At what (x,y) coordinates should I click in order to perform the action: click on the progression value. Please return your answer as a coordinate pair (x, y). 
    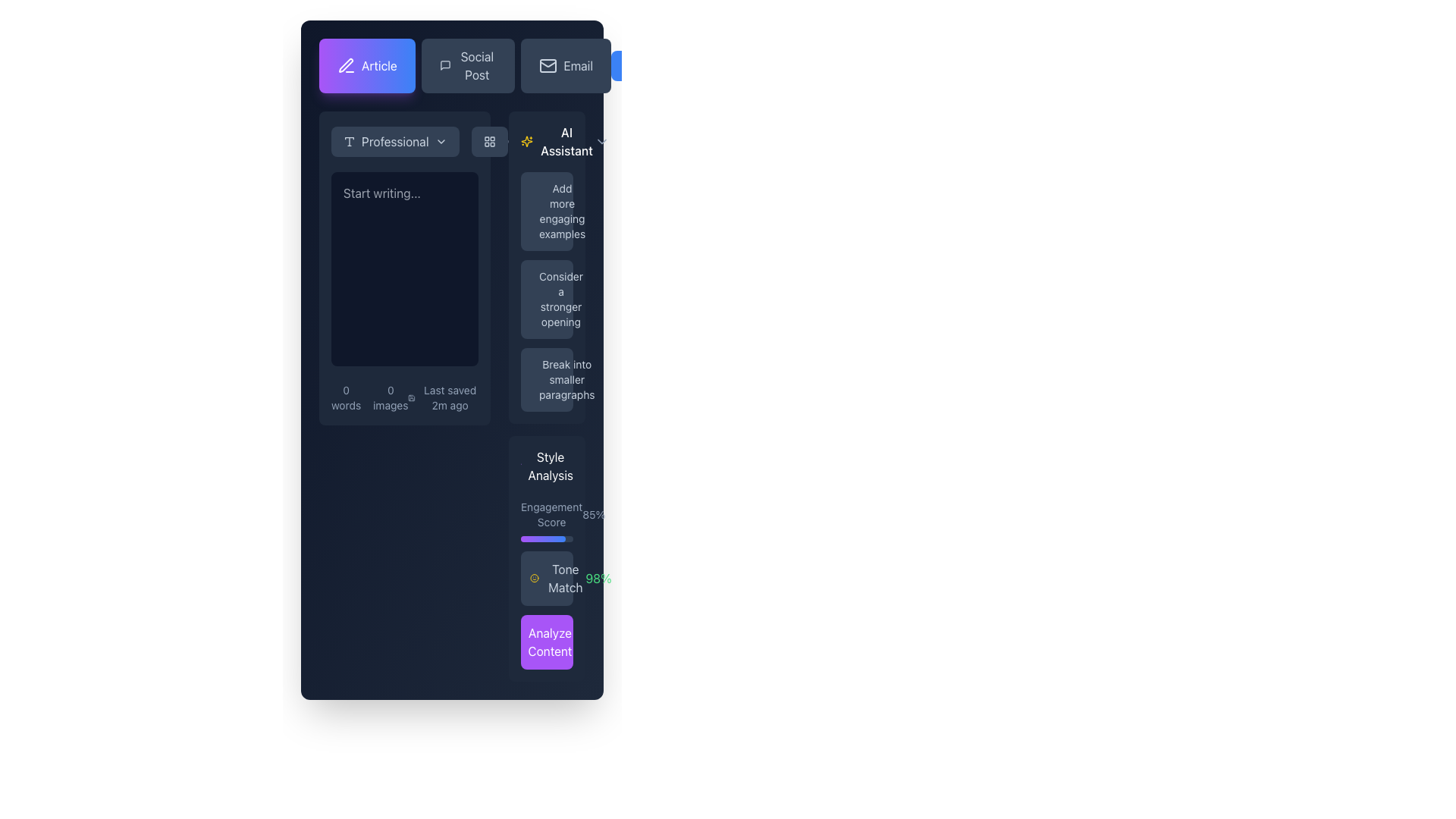
    Looking at the image, I should click on (533, 538).